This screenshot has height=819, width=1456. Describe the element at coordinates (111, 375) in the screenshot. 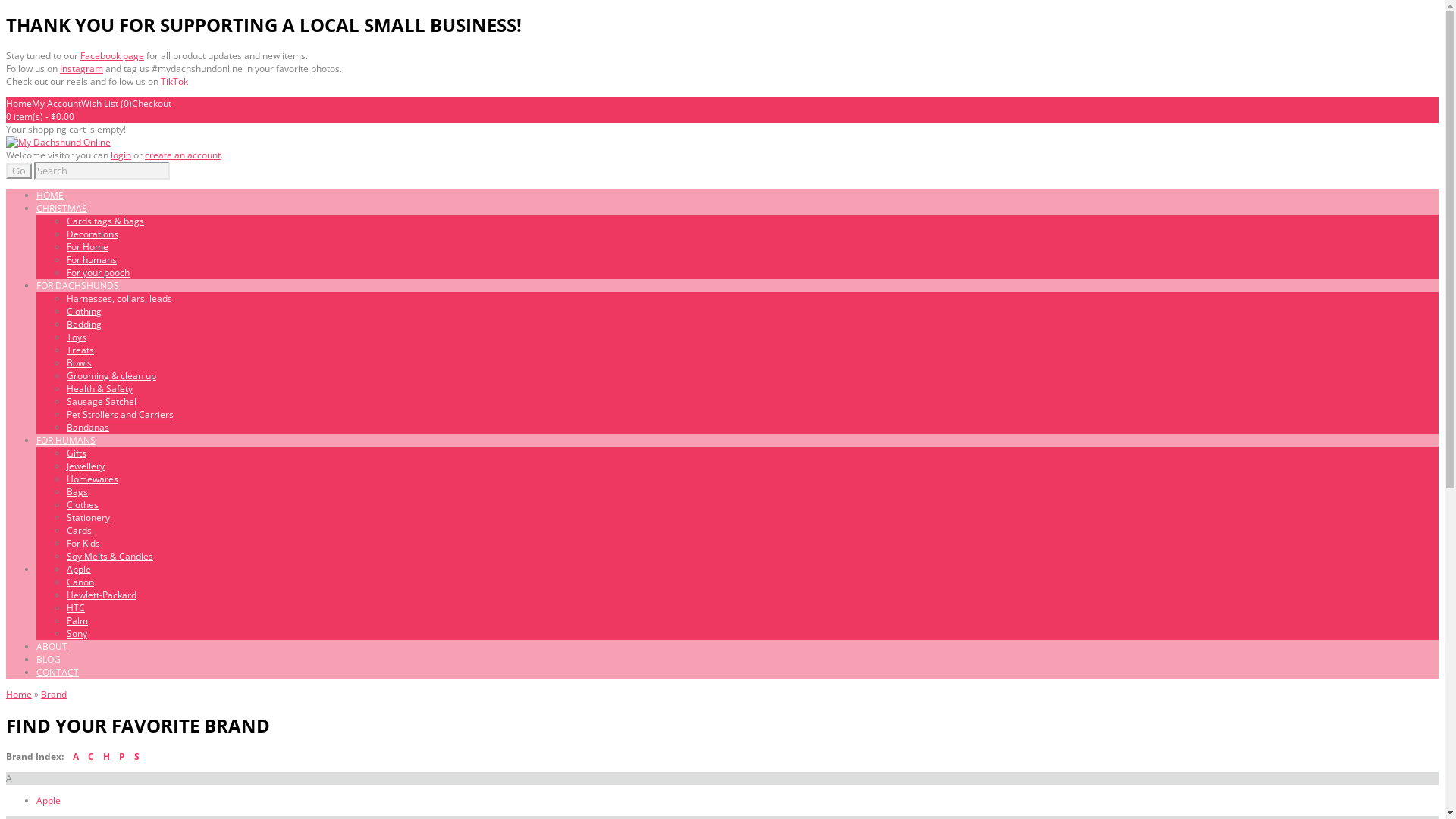

I see `'Grooming & clean up'` at that location.